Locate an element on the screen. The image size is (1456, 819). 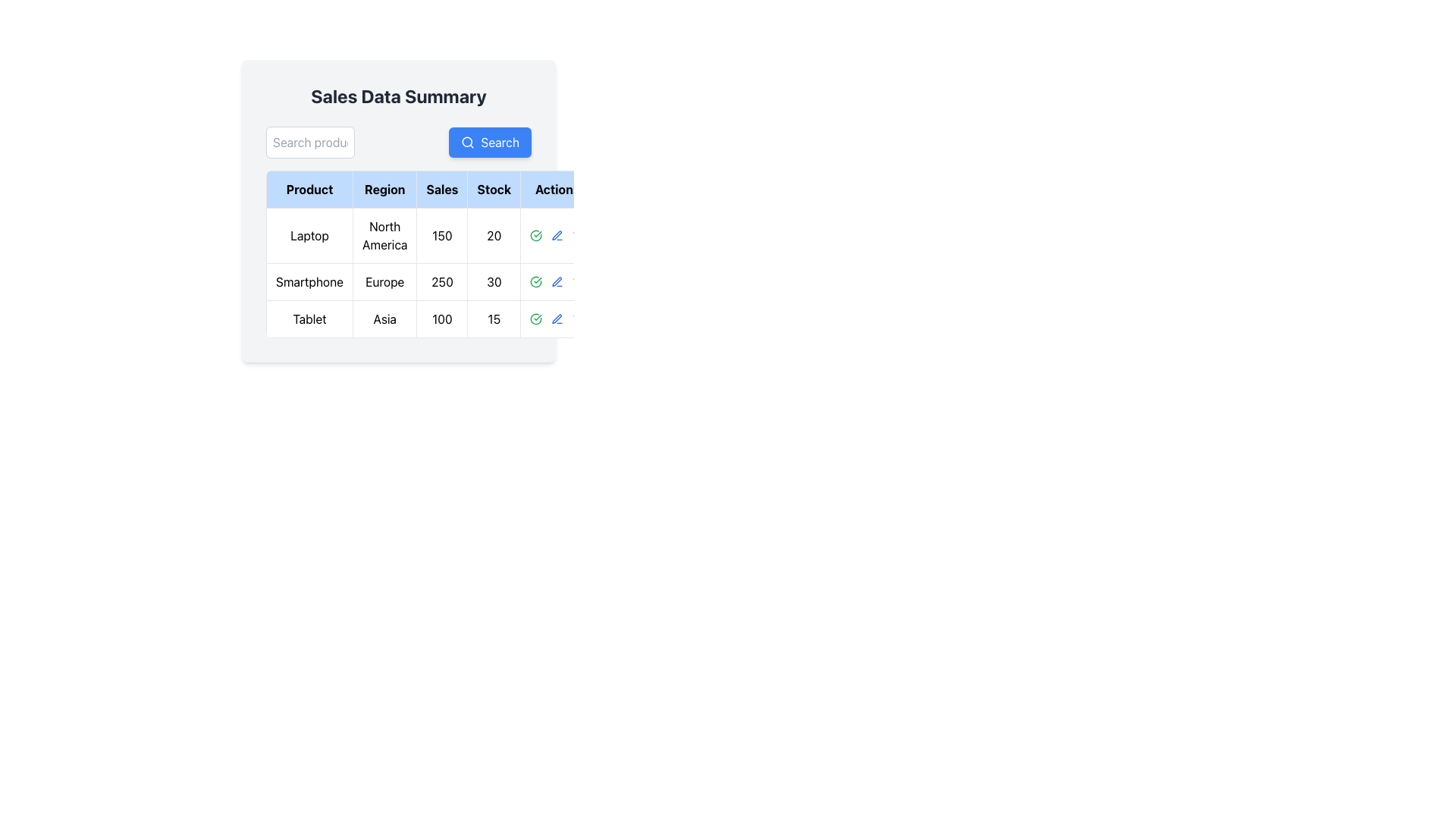
the text label 'Sales' which is the third column header in the table, styled in bold within a light blue background is located at coordinates (441, 189).